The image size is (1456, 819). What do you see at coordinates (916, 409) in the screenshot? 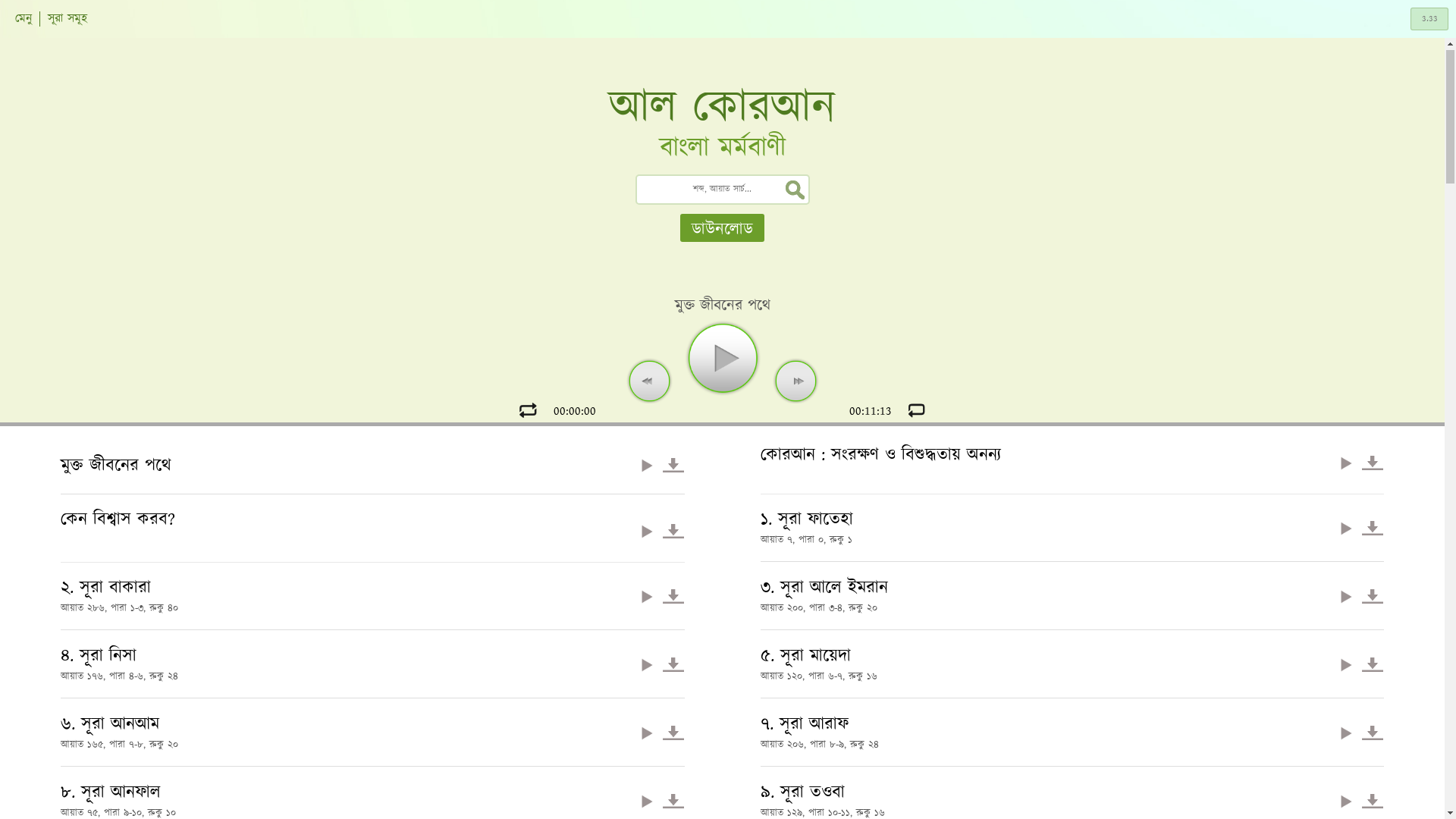
I see `'track by track'` at bounding box center [916, 409].